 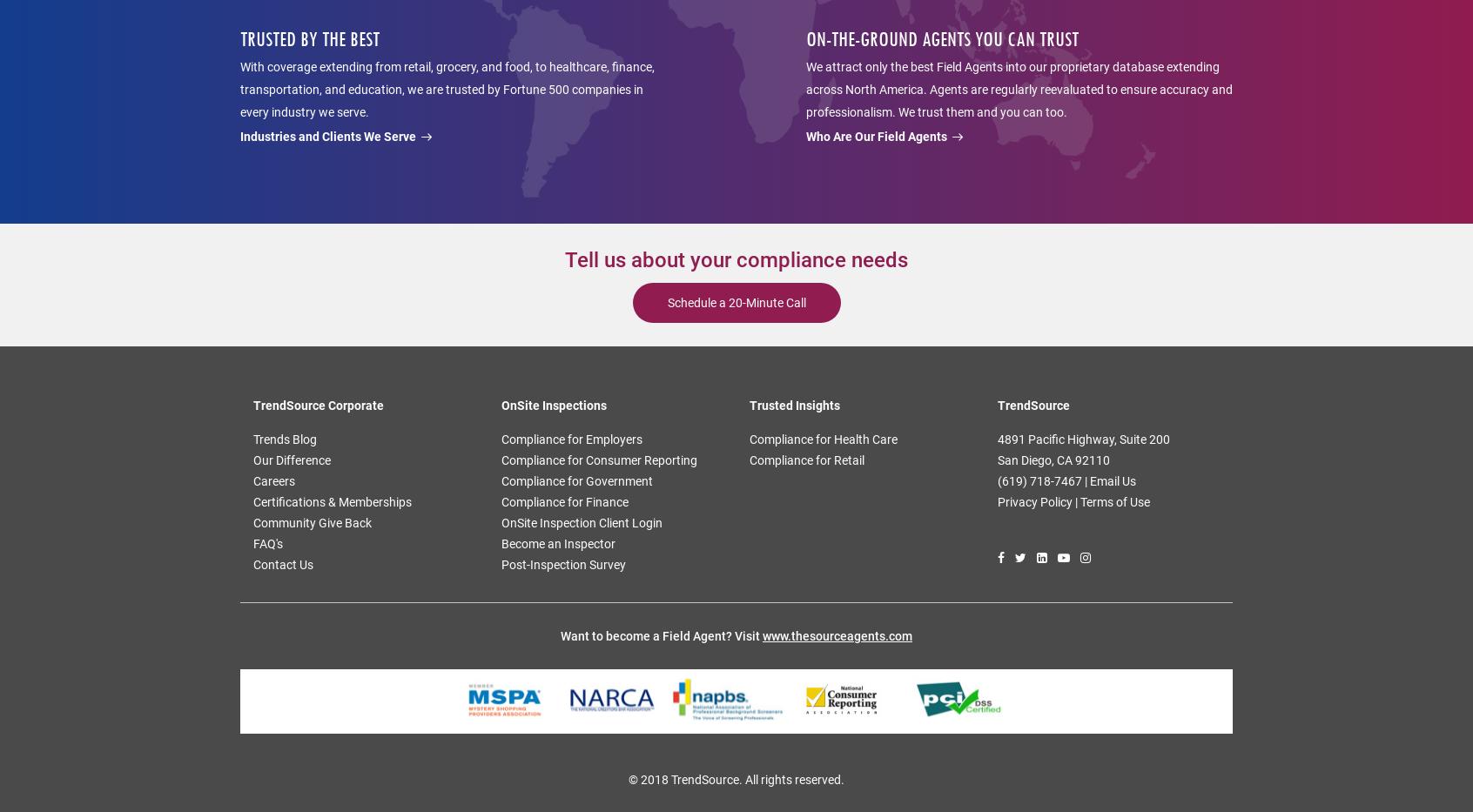 I want to click on 'Visit', so click(x=748, y=634).